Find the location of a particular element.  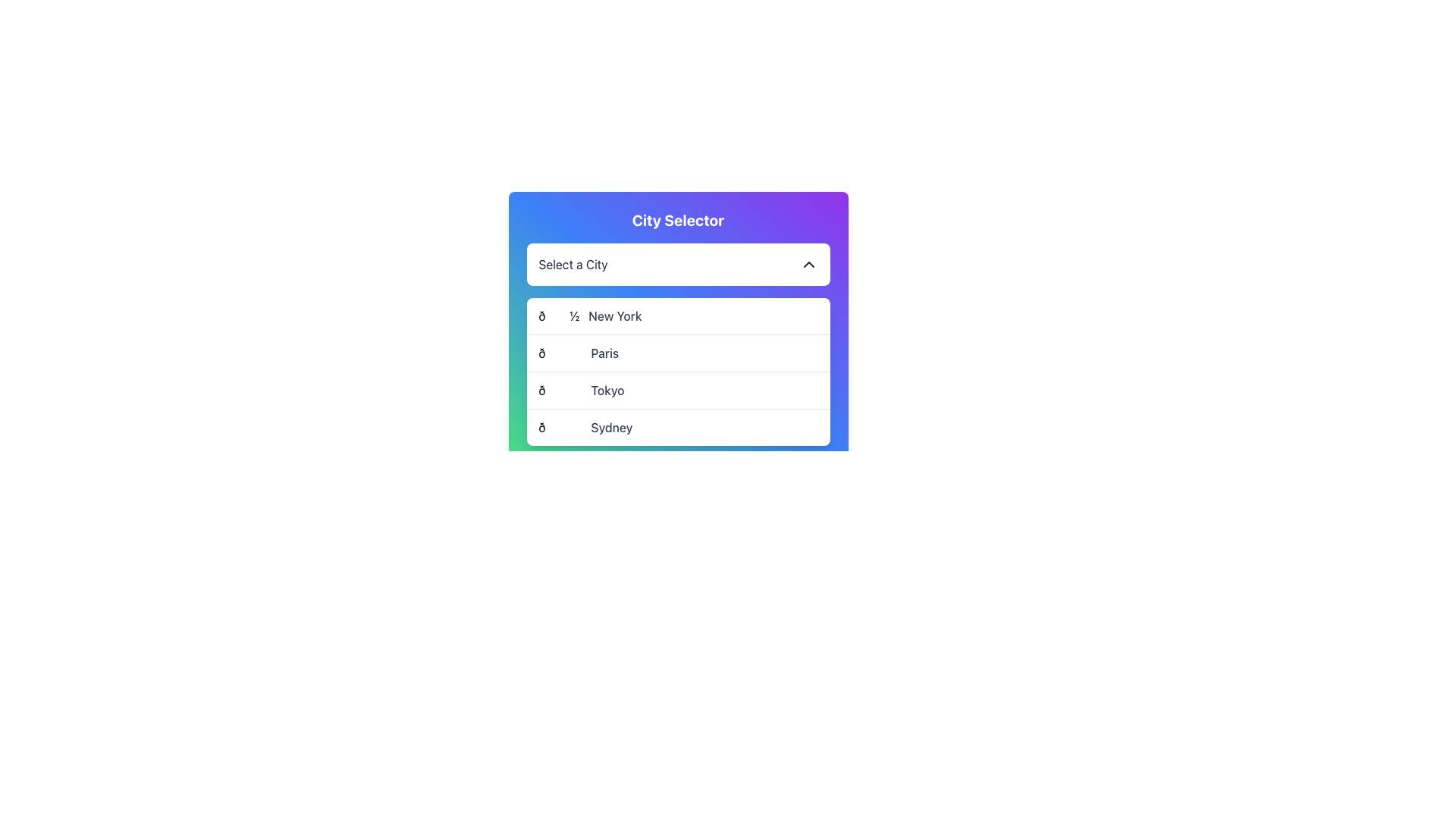

the text label representing the city 'Sydney' within the dropdown menu titled 'City Selector' is located at coordinates (611, 427).